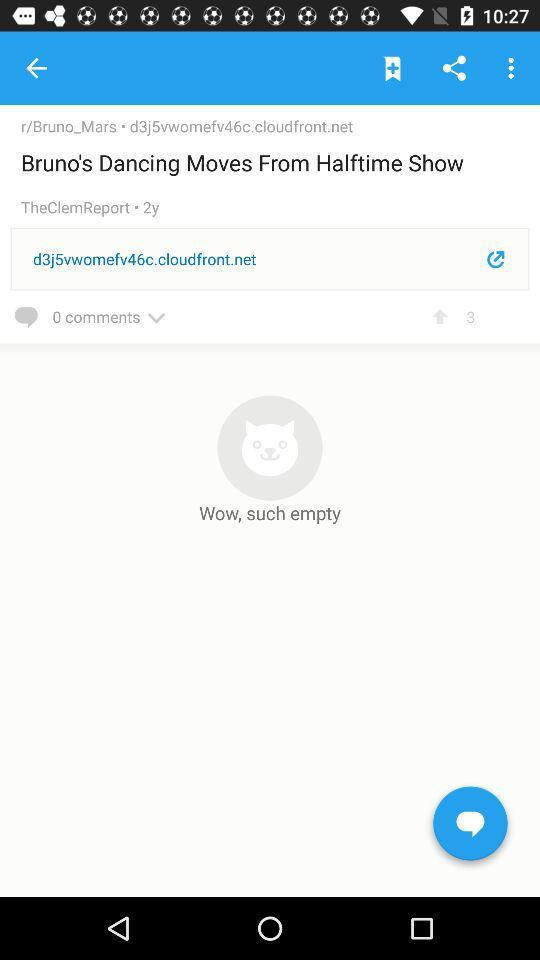  What do you see at coordinates (74, 125) in the screenshot?
I see `the icon next to the d3j5vwomefv46c.cloudfront.net item` at bounding box center [74, 125].